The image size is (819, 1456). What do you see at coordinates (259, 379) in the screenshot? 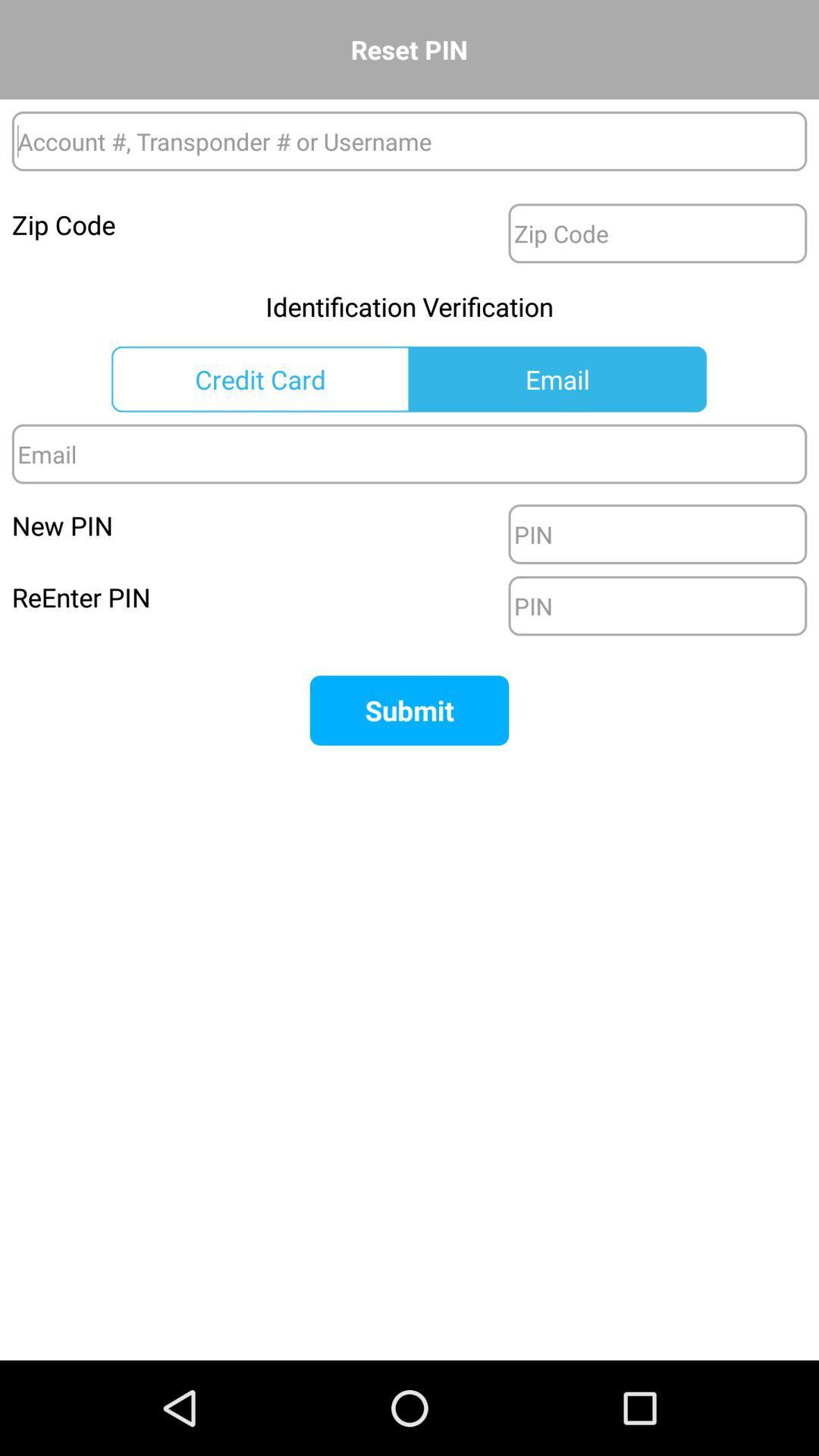
I see `the text which is left to the email` at bounding box center [259, 379].